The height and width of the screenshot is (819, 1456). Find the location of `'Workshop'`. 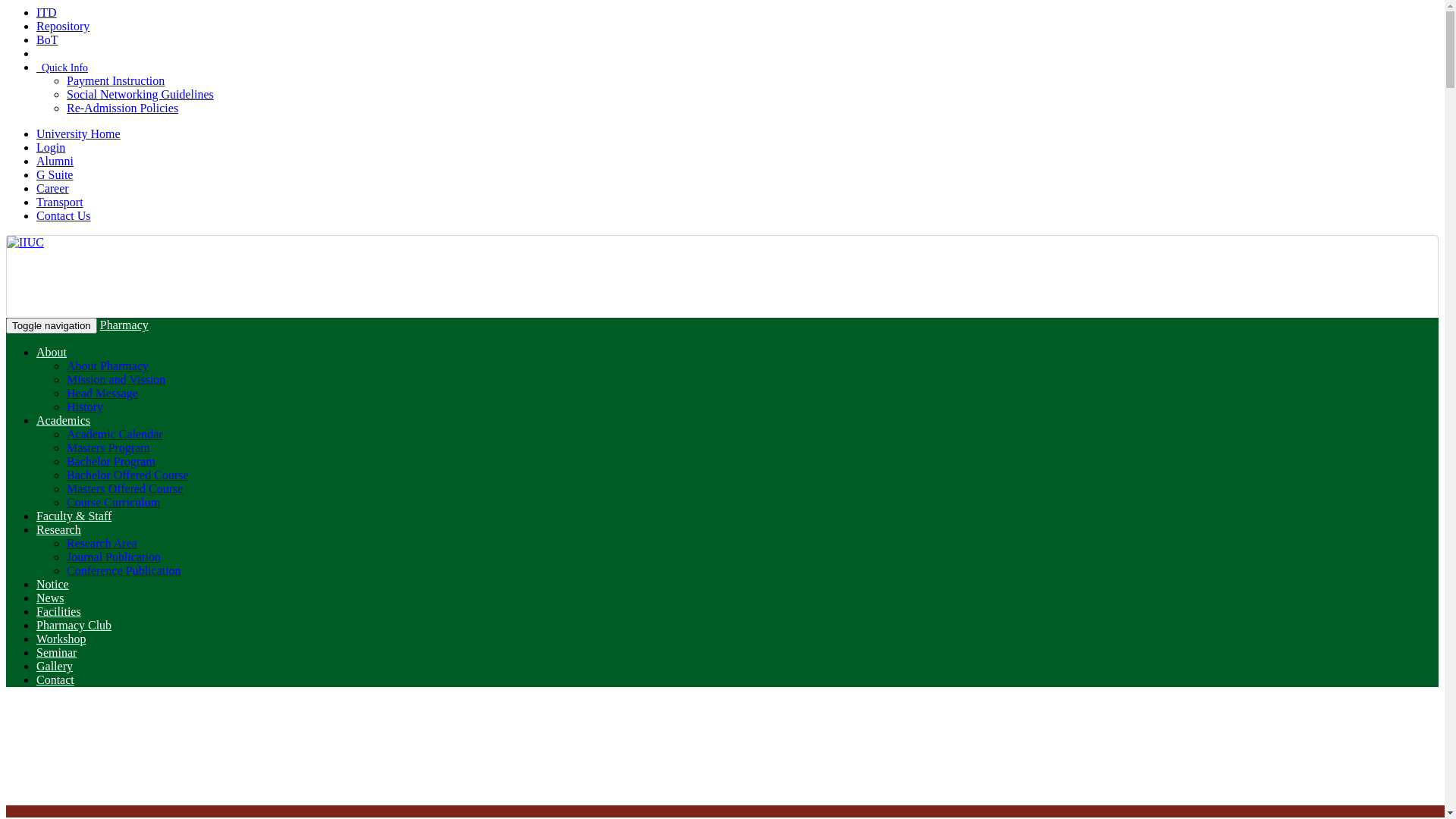

'Workshop' is located at coordinates (61, 639).